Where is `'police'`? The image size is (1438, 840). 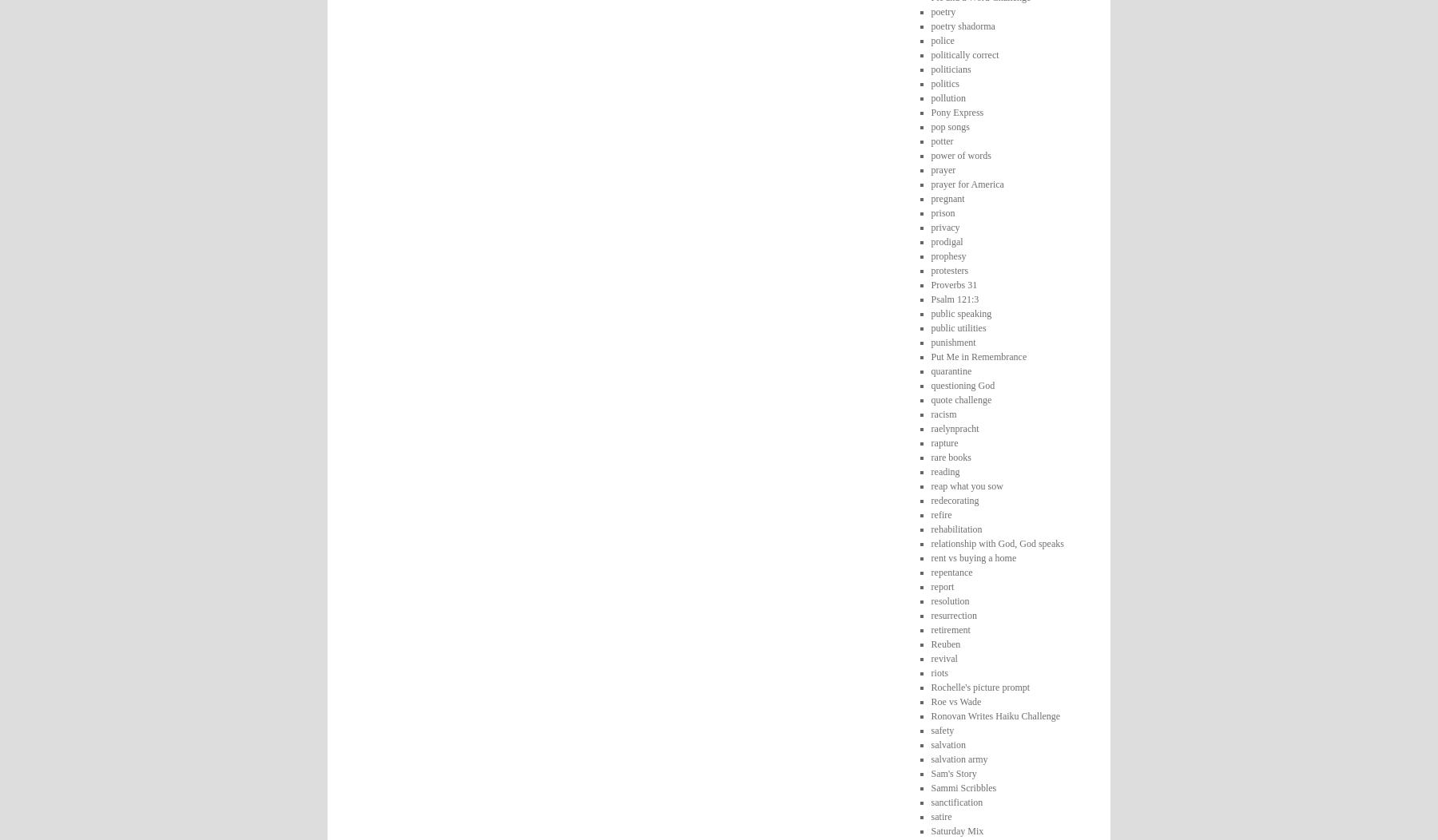 'police' is located at coordinates (941, 38).